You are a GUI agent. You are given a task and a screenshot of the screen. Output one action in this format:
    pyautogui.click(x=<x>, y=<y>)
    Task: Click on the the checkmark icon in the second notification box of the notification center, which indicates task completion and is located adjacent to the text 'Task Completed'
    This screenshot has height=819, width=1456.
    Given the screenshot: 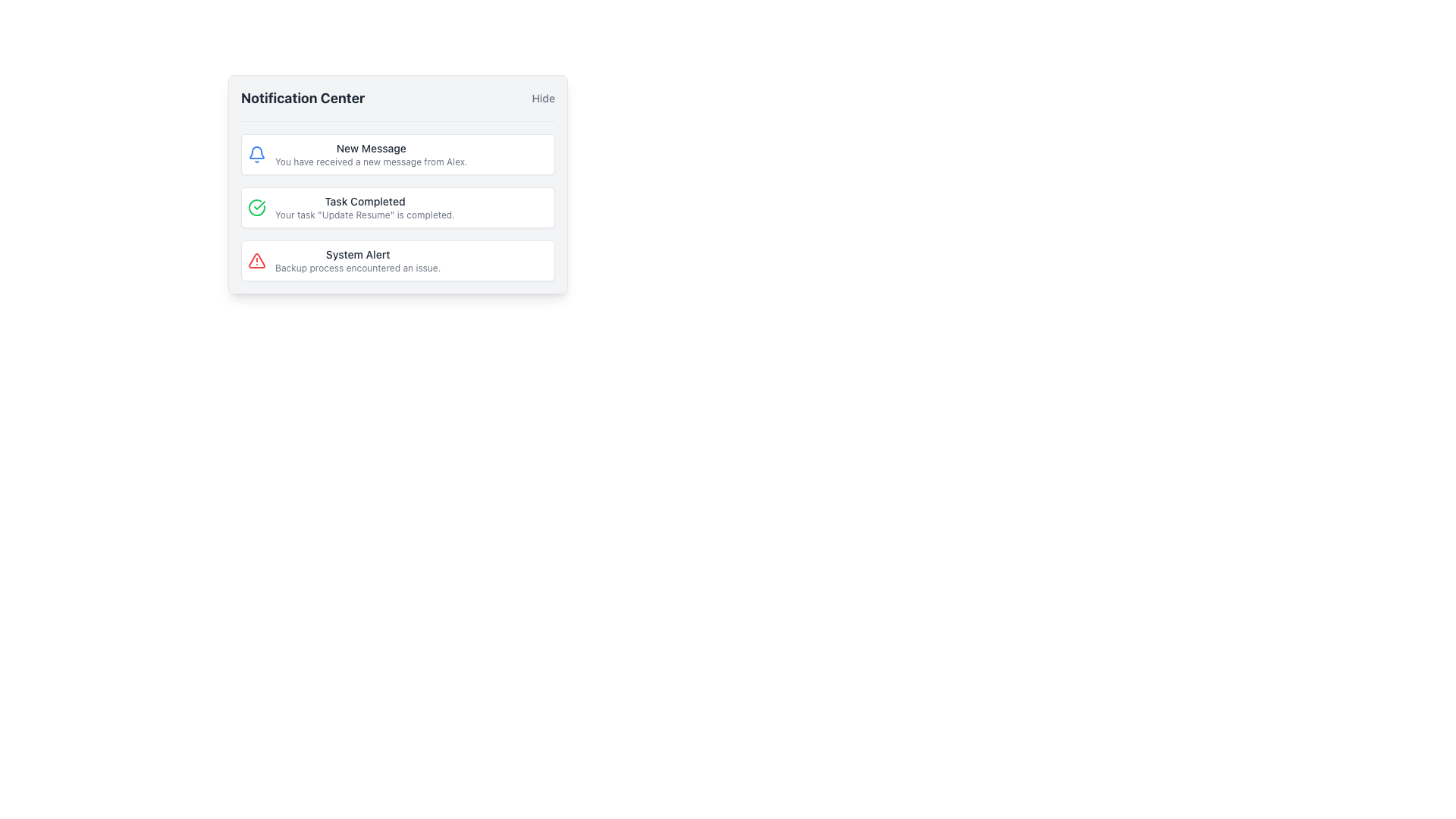 What is the action you would take?
    pyautogui.click(x=259, y=205)
    